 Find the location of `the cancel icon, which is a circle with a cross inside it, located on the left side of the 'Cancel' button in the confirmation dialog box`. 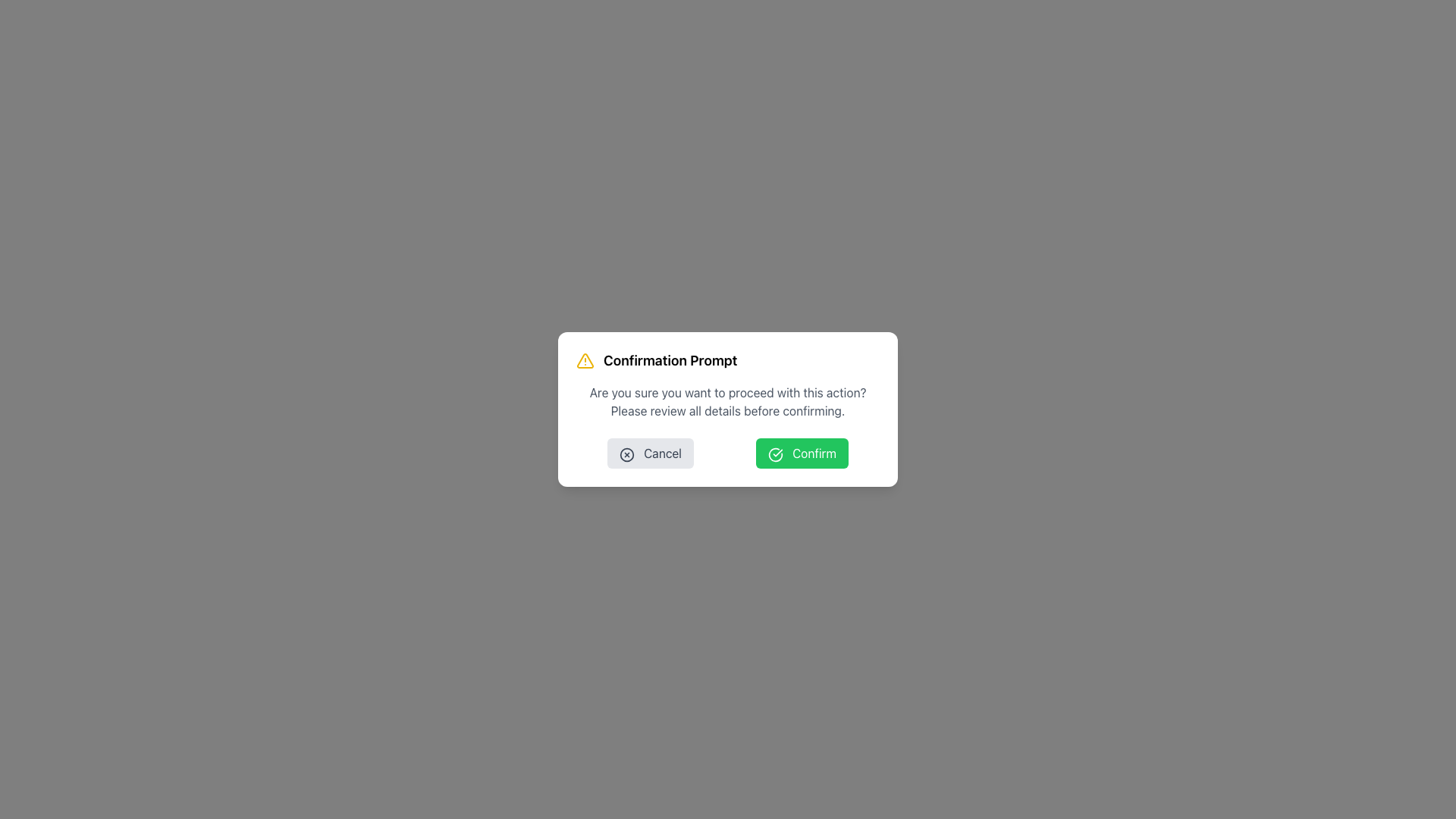

the cancel icon, which is a circle with a cross inside it, located on the left side of the 'Cancel' button in the confirmation dialog box is located at coordinates (626, 453).